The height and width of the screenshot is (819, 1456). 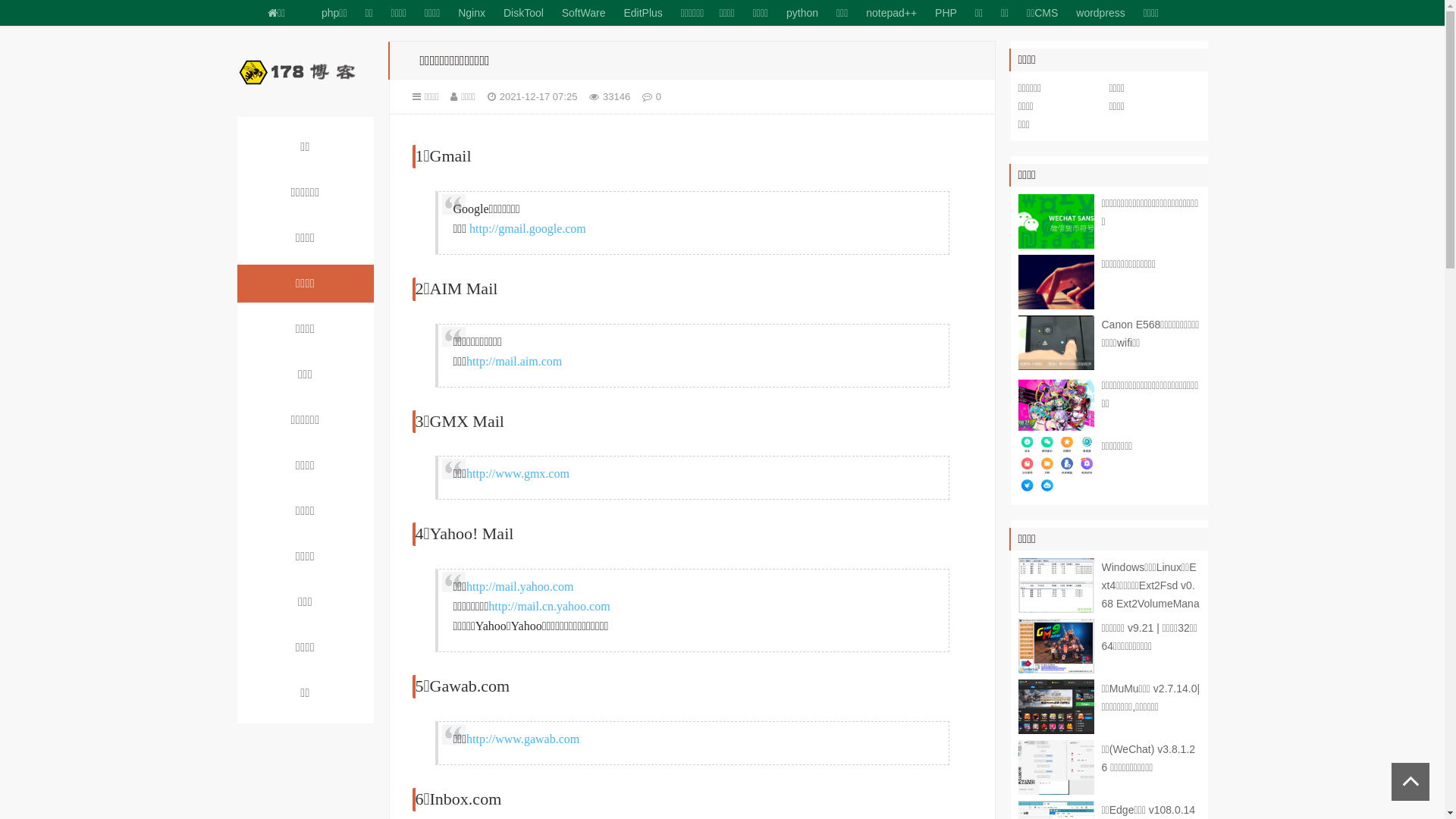 I want to click on 'http://gmail.google.com', so click(x=528, y=228).